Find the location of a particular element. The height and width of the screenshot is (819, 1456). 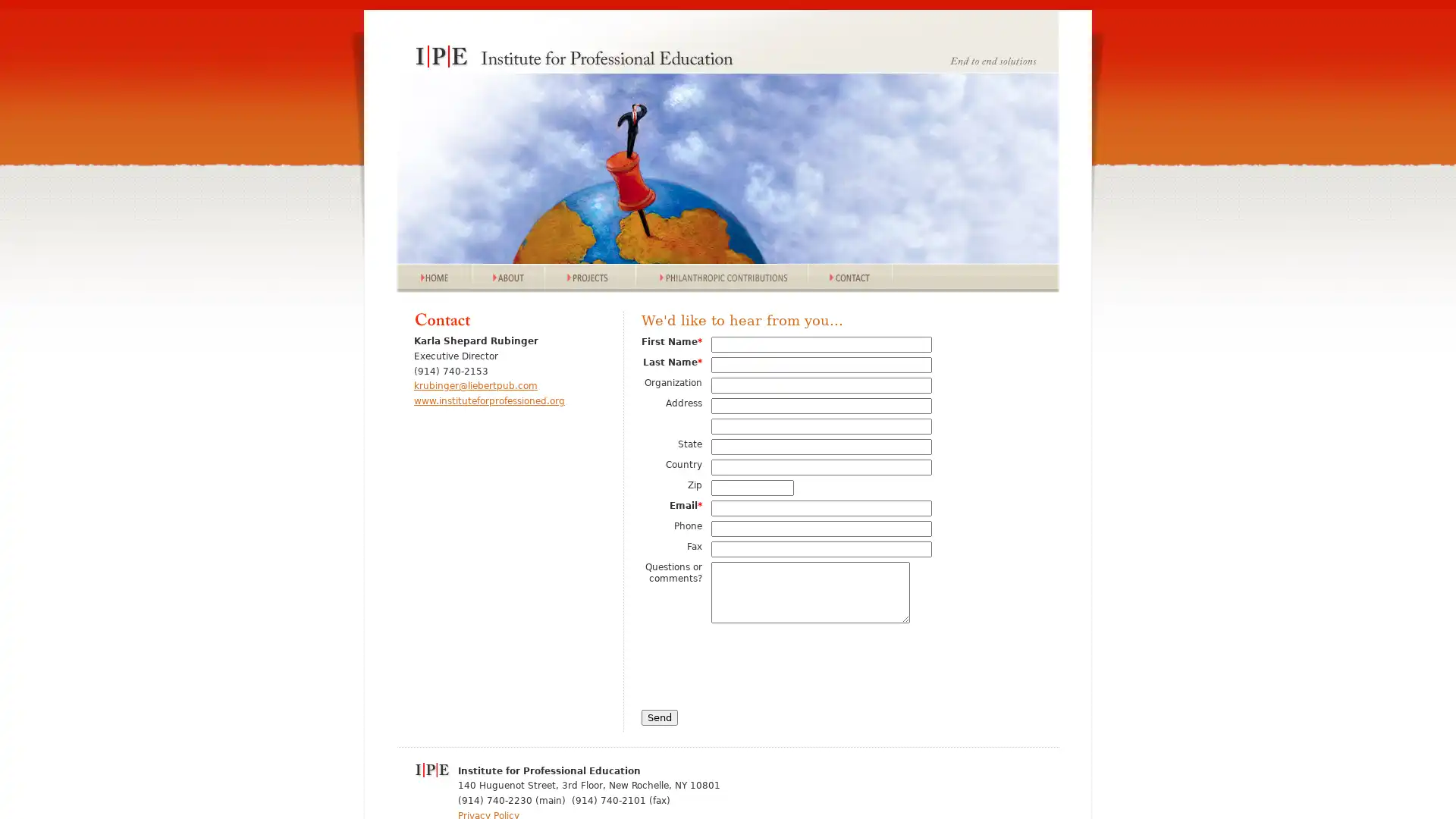

Send is located at coordinates (659, 717).